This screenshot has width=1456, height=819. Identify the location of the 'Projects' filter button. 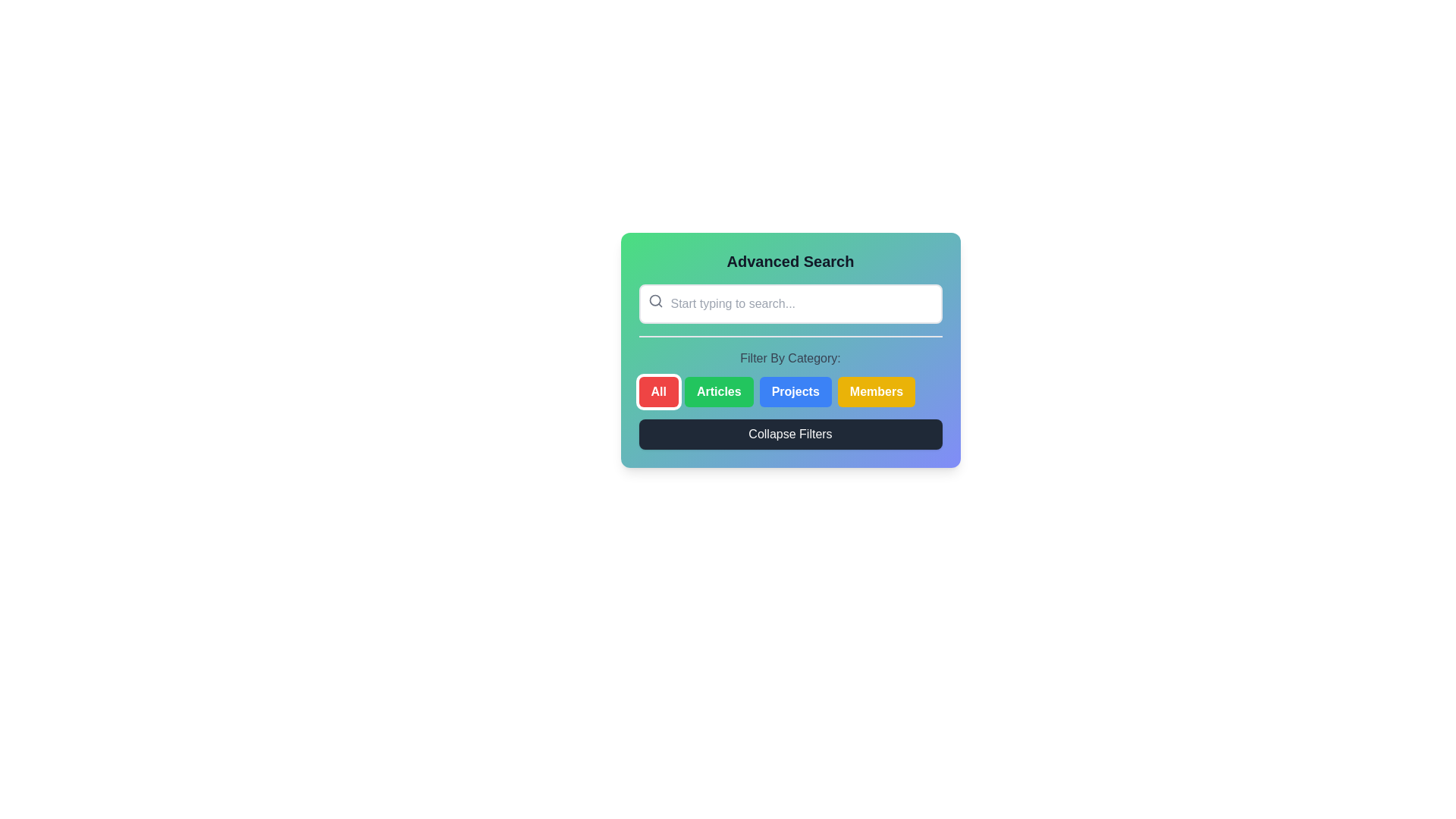
(795, 391).